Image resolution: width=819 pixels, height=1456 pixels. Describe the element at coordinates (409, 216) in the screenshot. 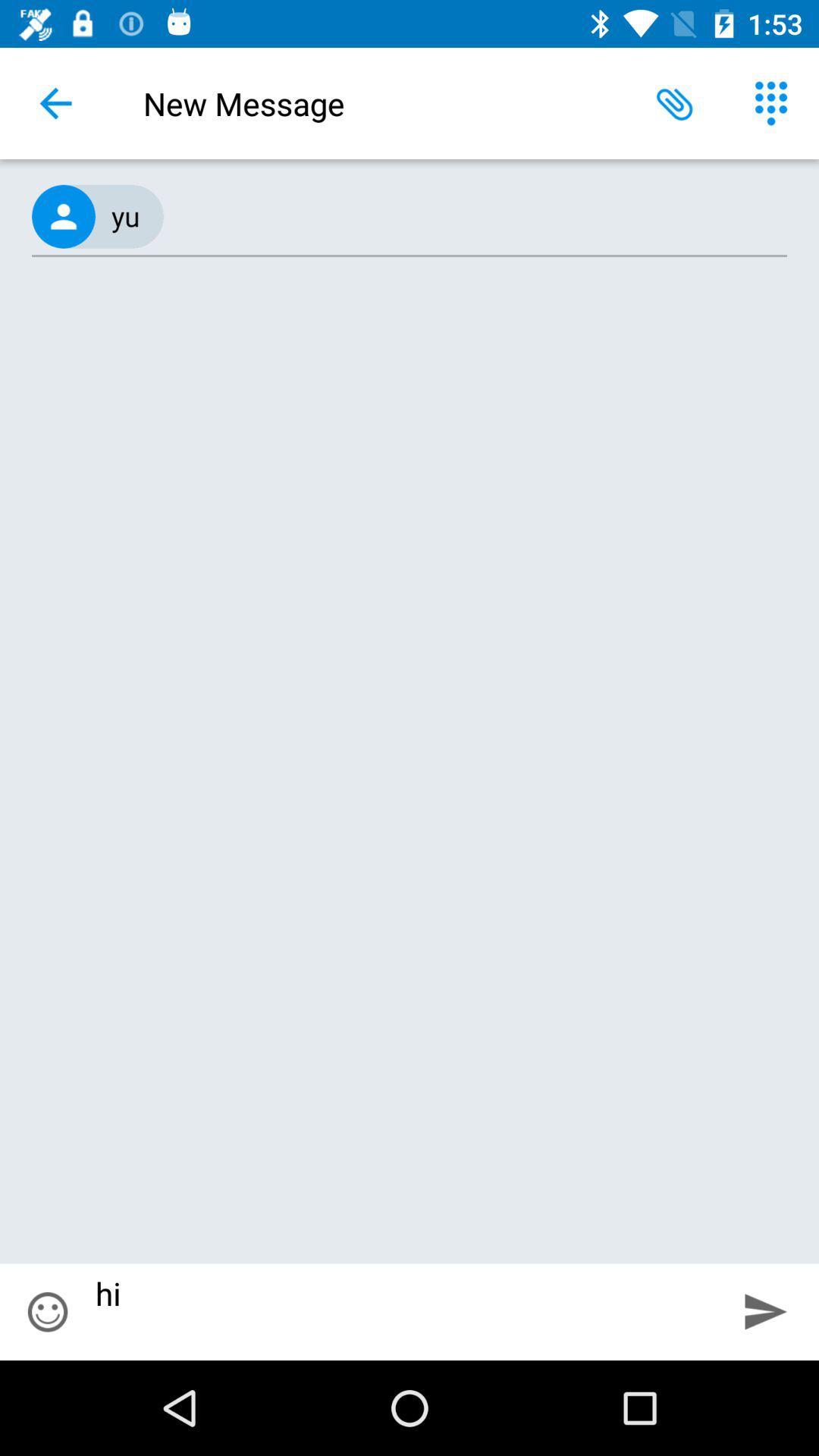

I see `the (667) 676-5778,` at that location.